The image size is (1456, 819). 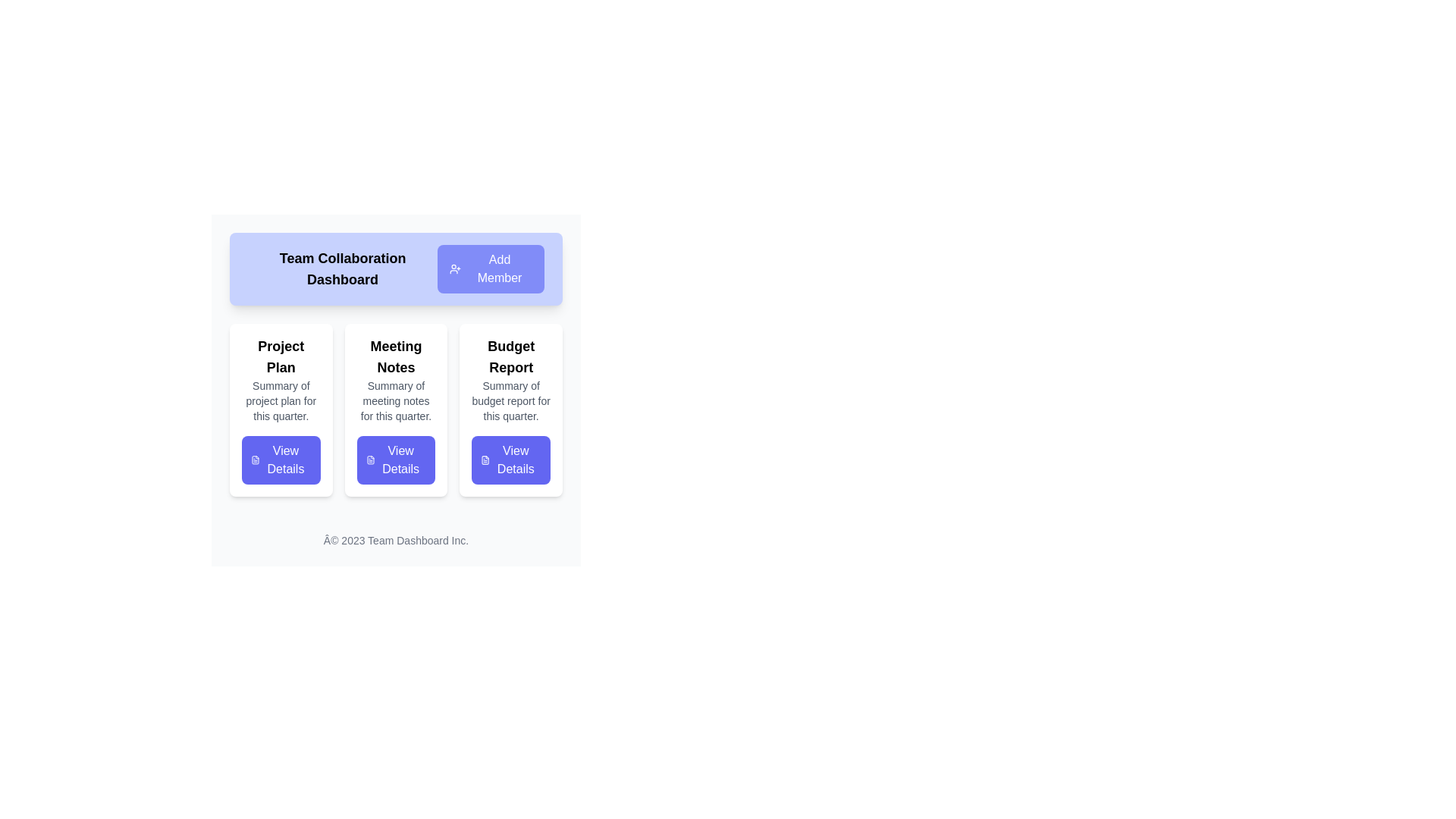 What do you see at coordinates (396, 540) in the screenshot?
I see `the text display element showing '© 2023 Team Dashboard Inc.' located at the bottom-center of the interface` at bounding box center [396, 540].